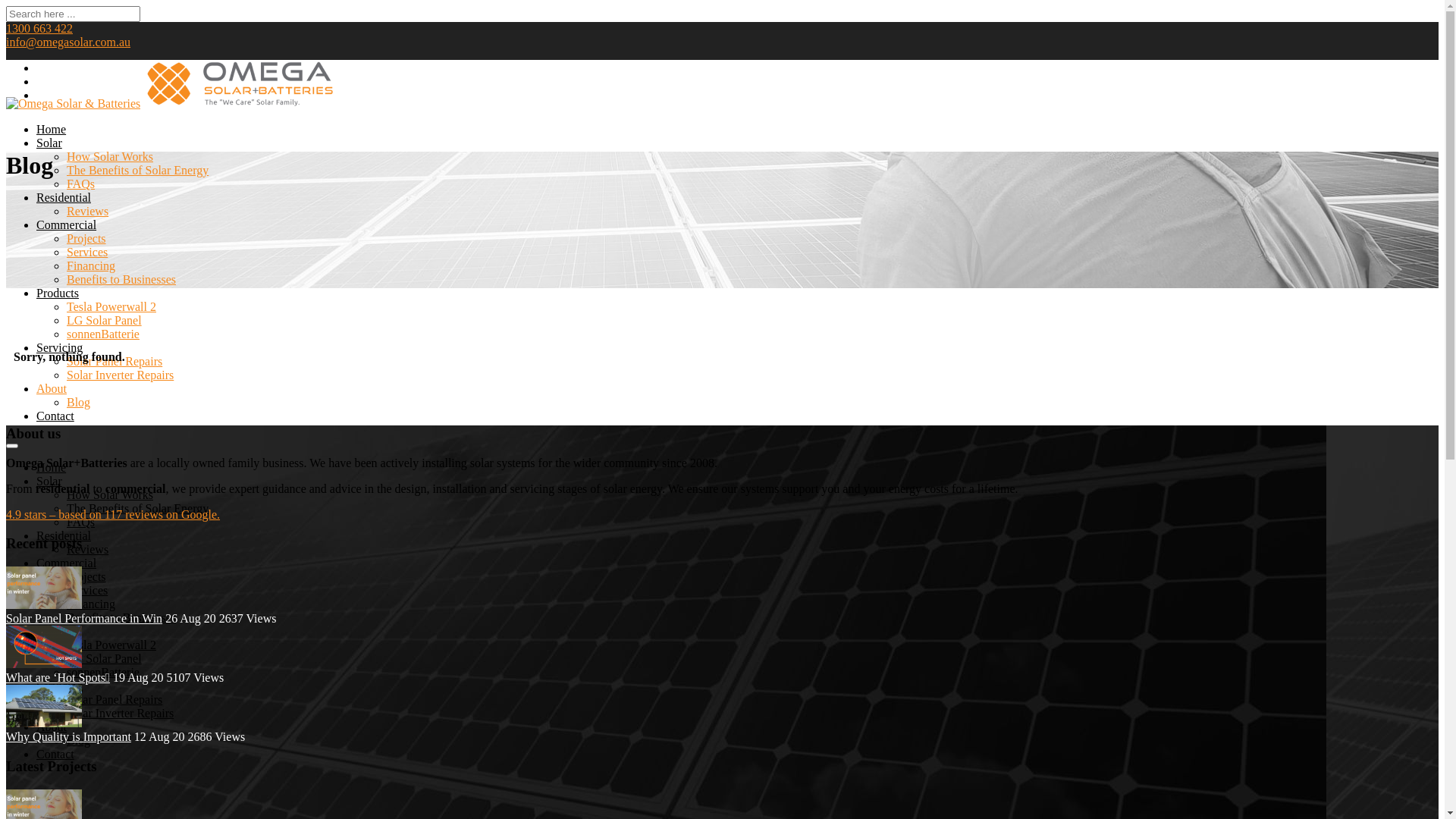 The height and width of the screenshot is (819, 1456). Describe the element at coordinates (83, 618) in the screenshot. I see `'Solar Panel Performance in Win'` at that location.